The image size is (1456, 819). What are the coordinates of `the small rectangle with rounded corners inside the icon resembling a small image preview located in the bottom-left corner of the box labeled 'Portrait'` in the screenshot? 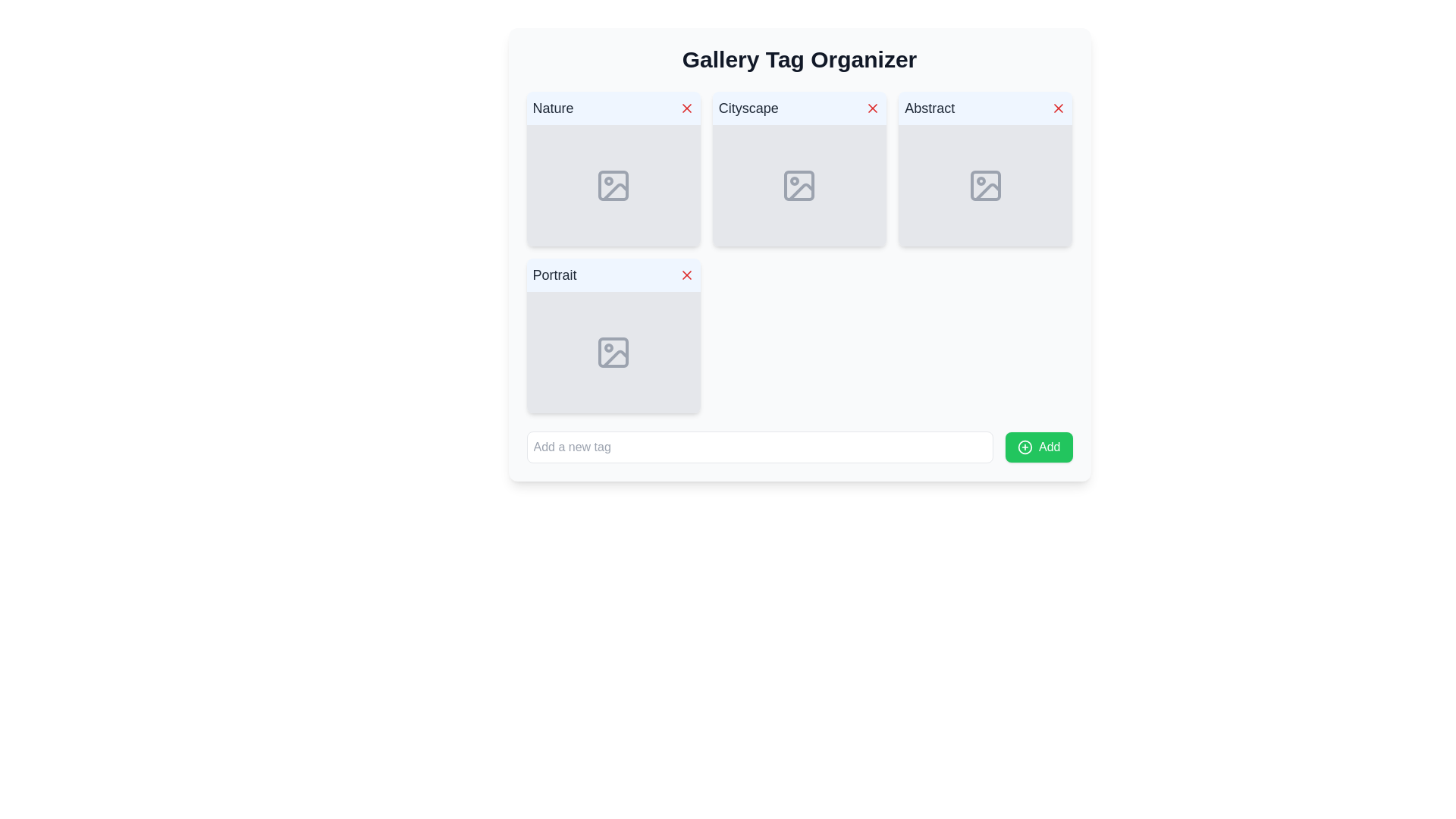 It's located at (613, 353).